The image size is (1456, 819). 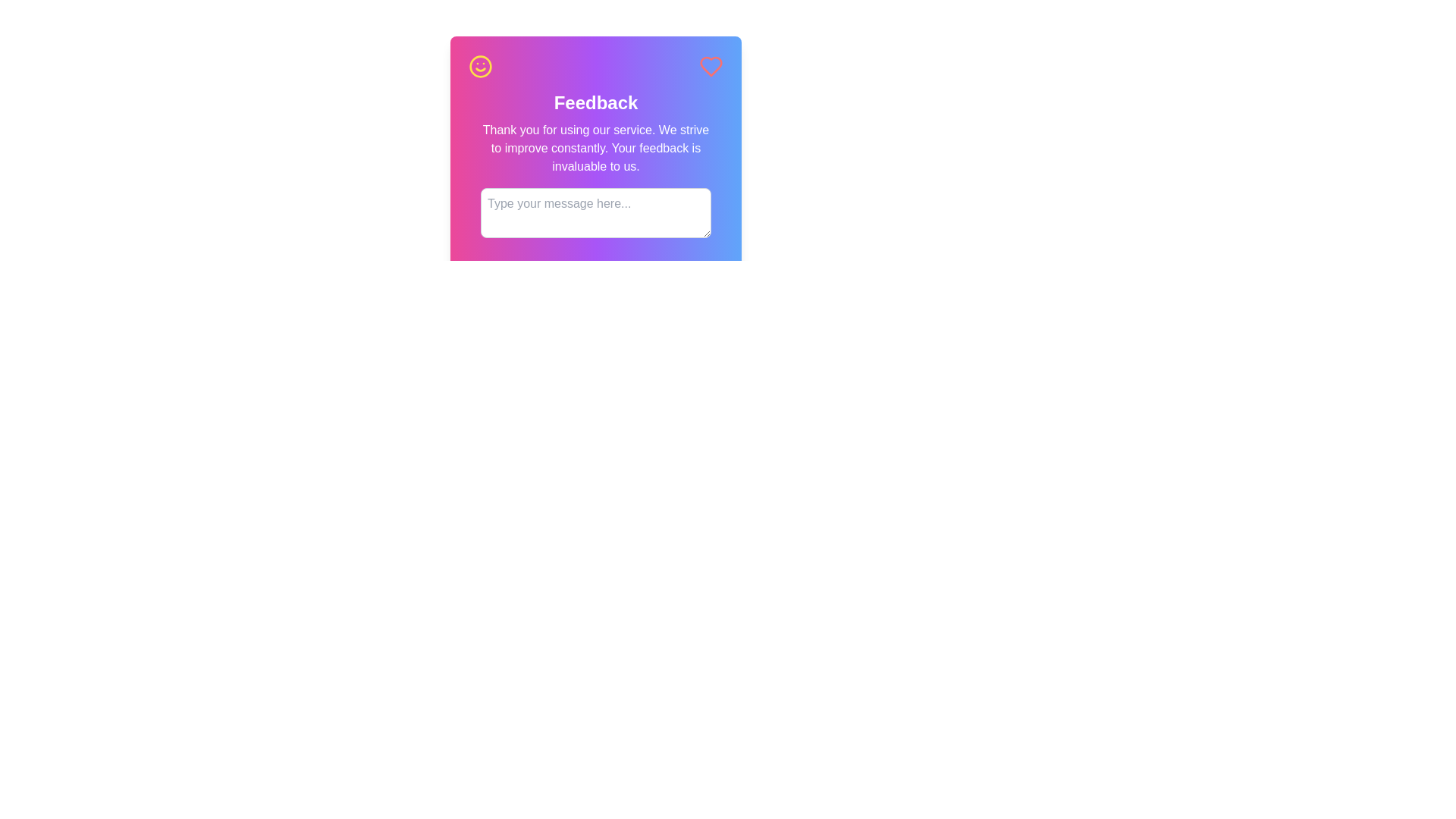 I want to click on the yellow circular outline of the smiley face icon located in the top left corner of the feedback interface, so click(x=479, y=66).